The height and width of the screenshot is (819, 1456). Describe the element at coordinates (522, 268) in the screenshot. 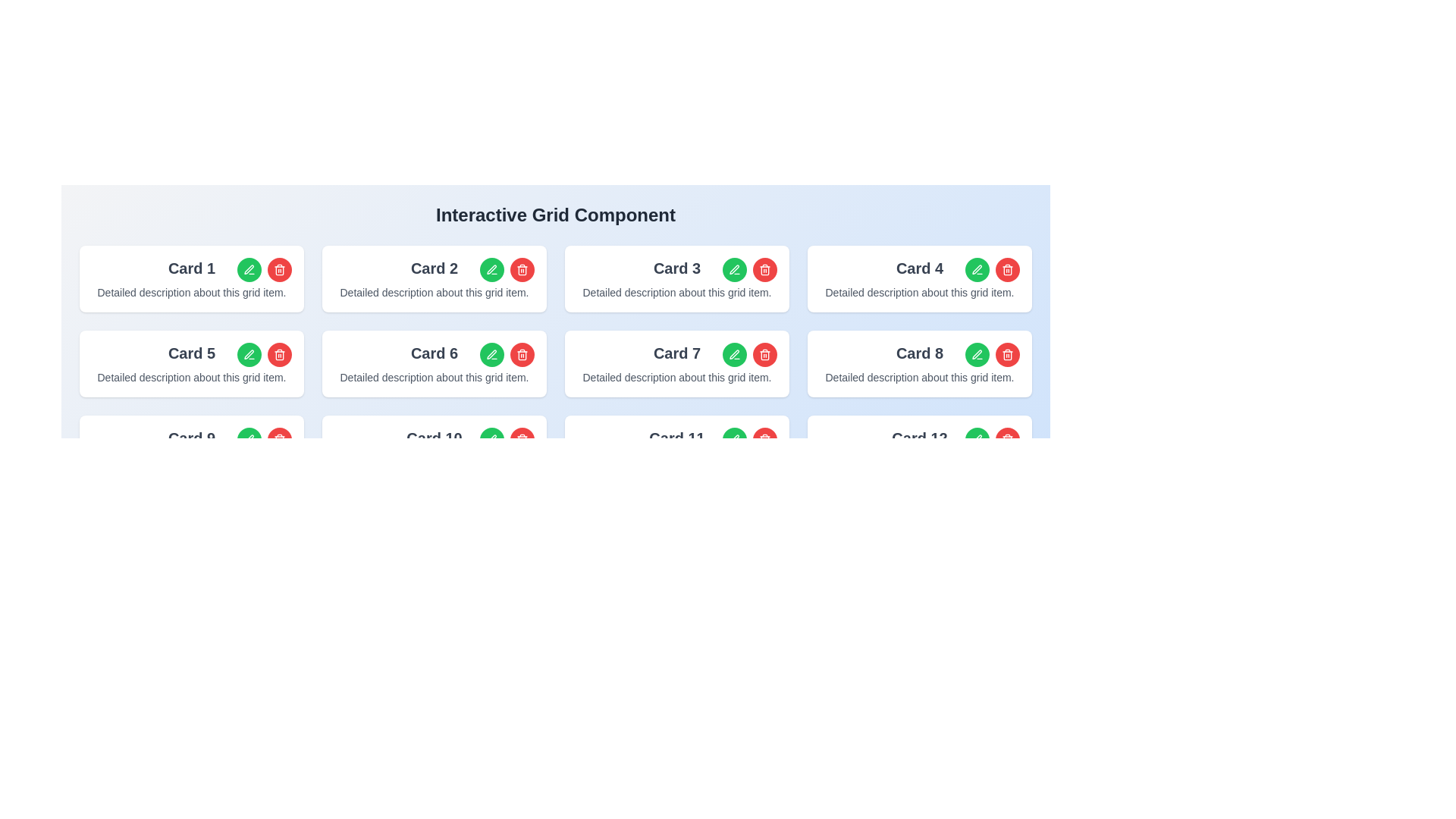

I see `the 'delete' button located in the top-right corner of the second card in the grid layout to observe the hover effect` at that location.